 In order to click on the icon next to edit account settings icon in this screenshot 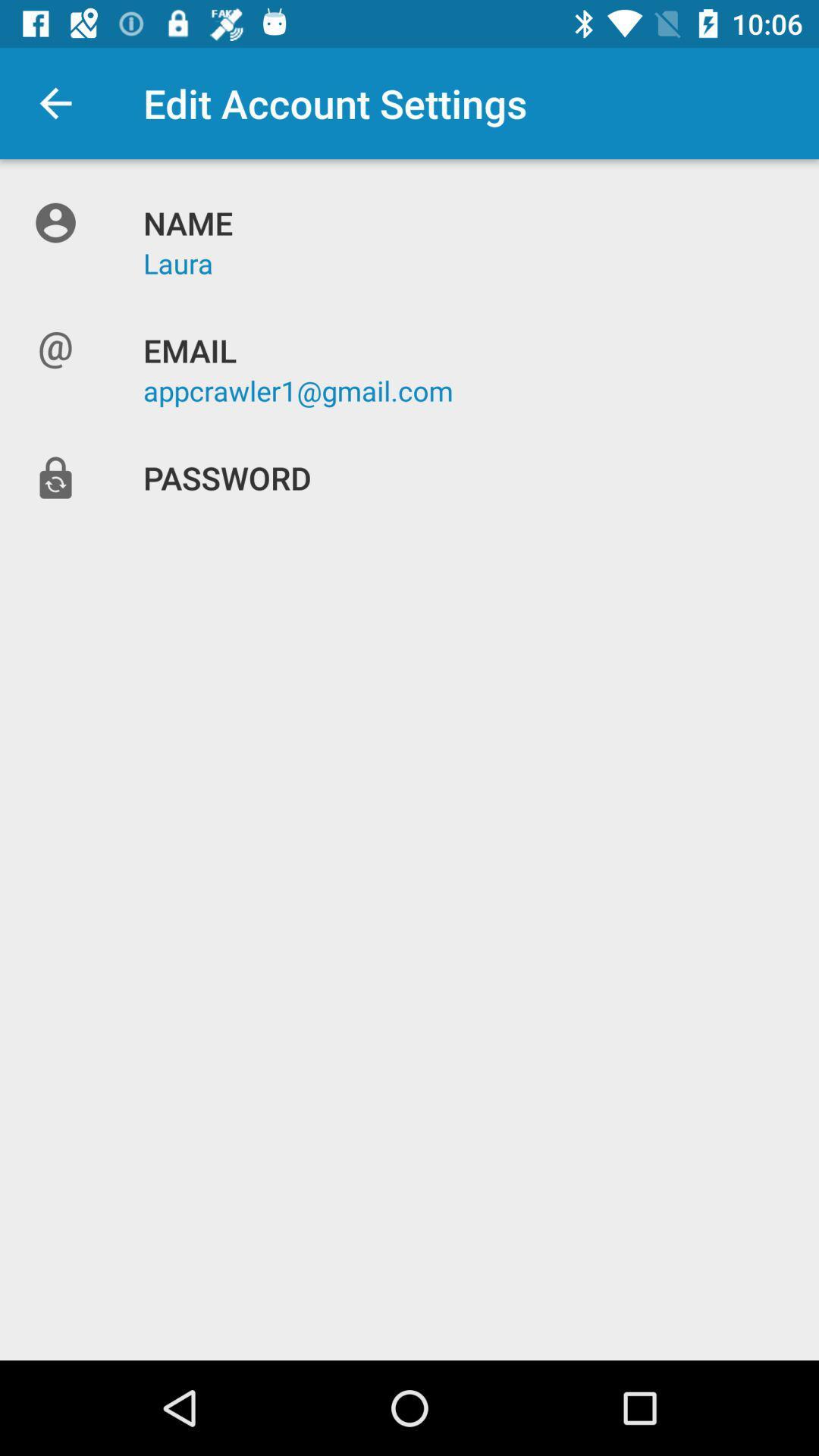, I will do `click(55, 102)`.